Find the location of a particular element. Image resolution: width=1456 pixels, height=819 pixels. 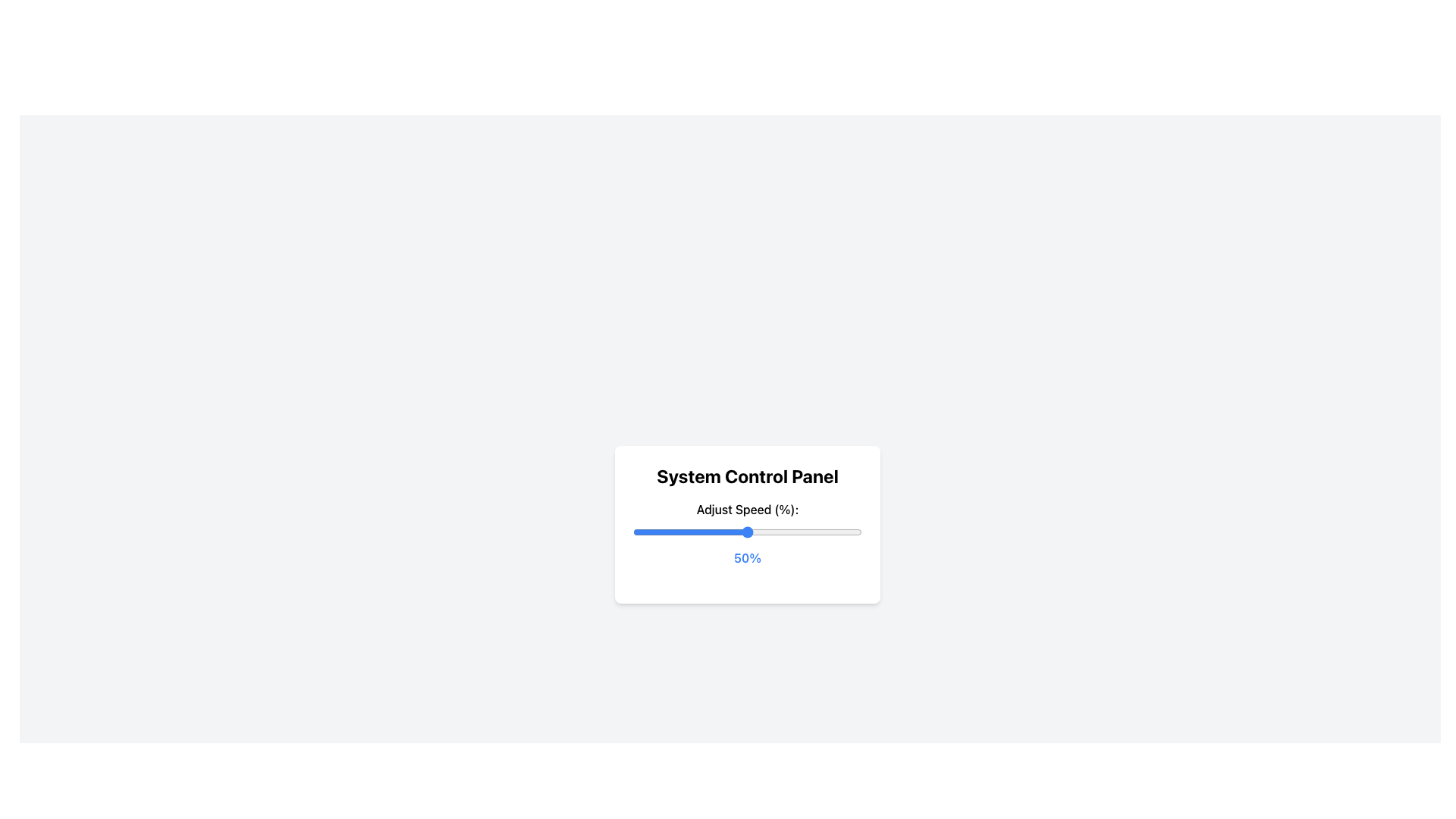

the speed is located at coordinates (649, 532).